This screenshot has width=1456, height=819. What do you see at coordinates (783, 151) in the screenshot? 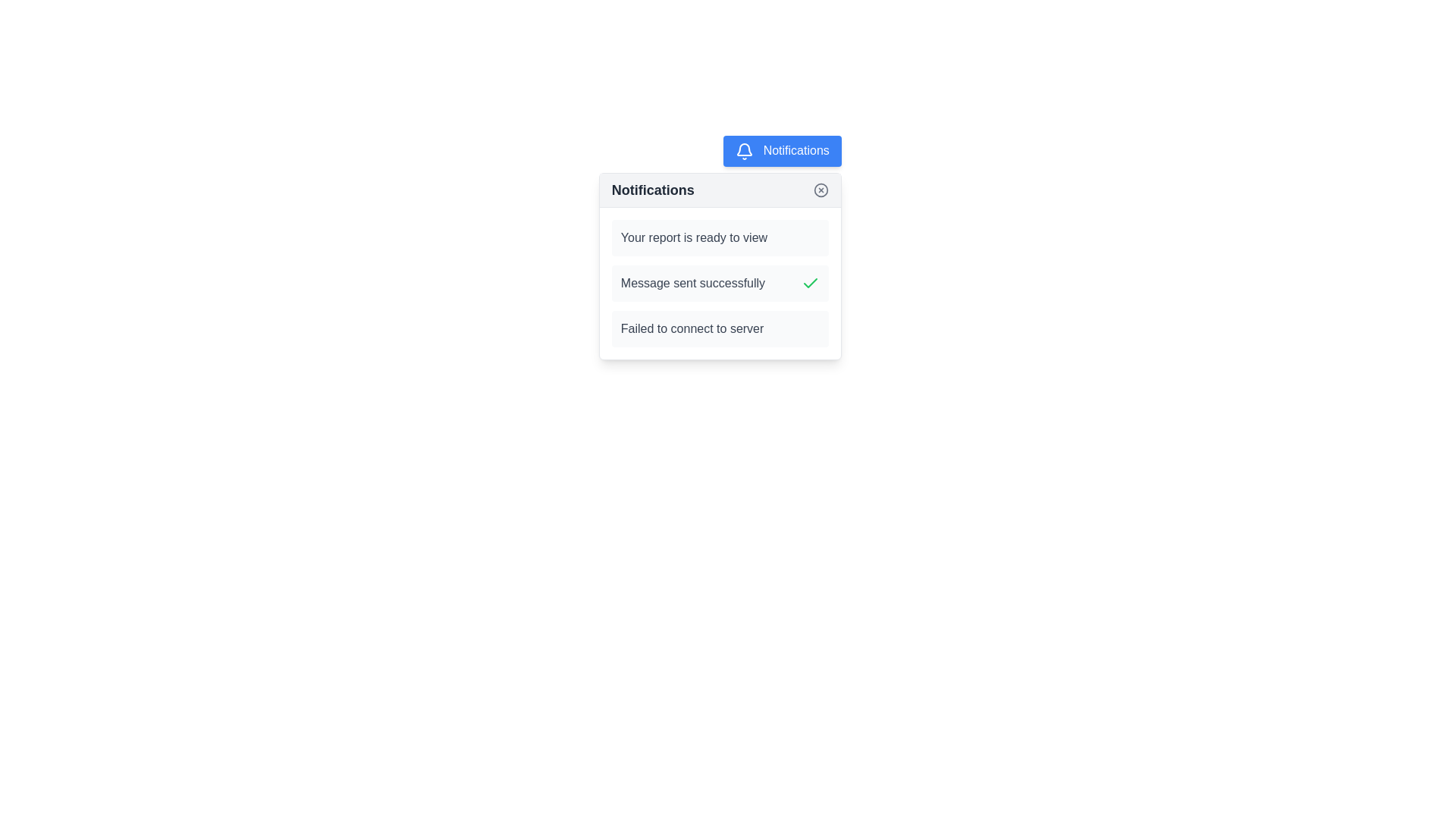
I see `the button at the top of the dropdown menu that toggles the visibility of the notifications panel for additional options` at bounding box center [783, 151].